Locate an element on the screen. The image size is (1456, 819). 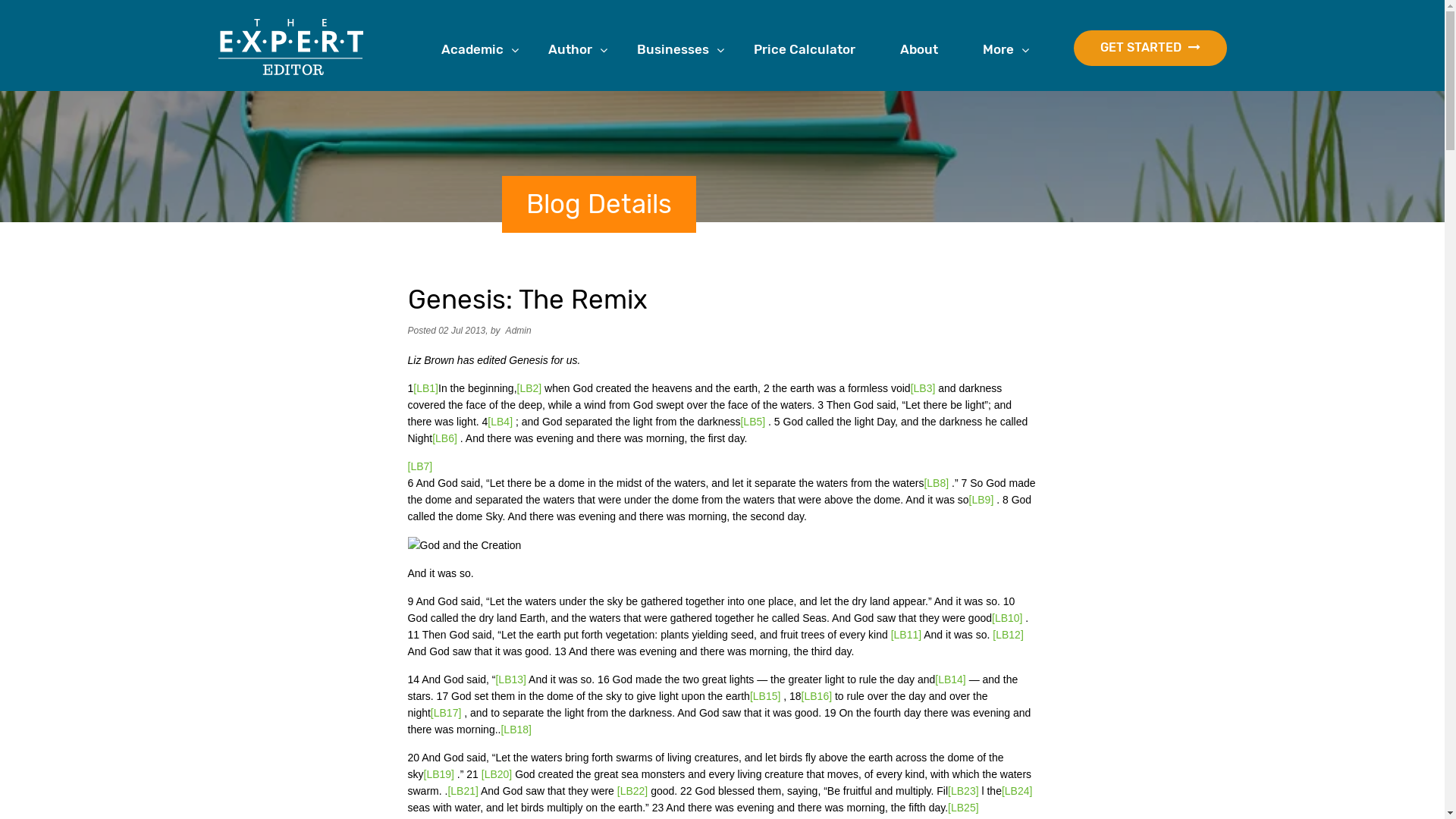
'[LB25]' is located at coordinates (962, 806).